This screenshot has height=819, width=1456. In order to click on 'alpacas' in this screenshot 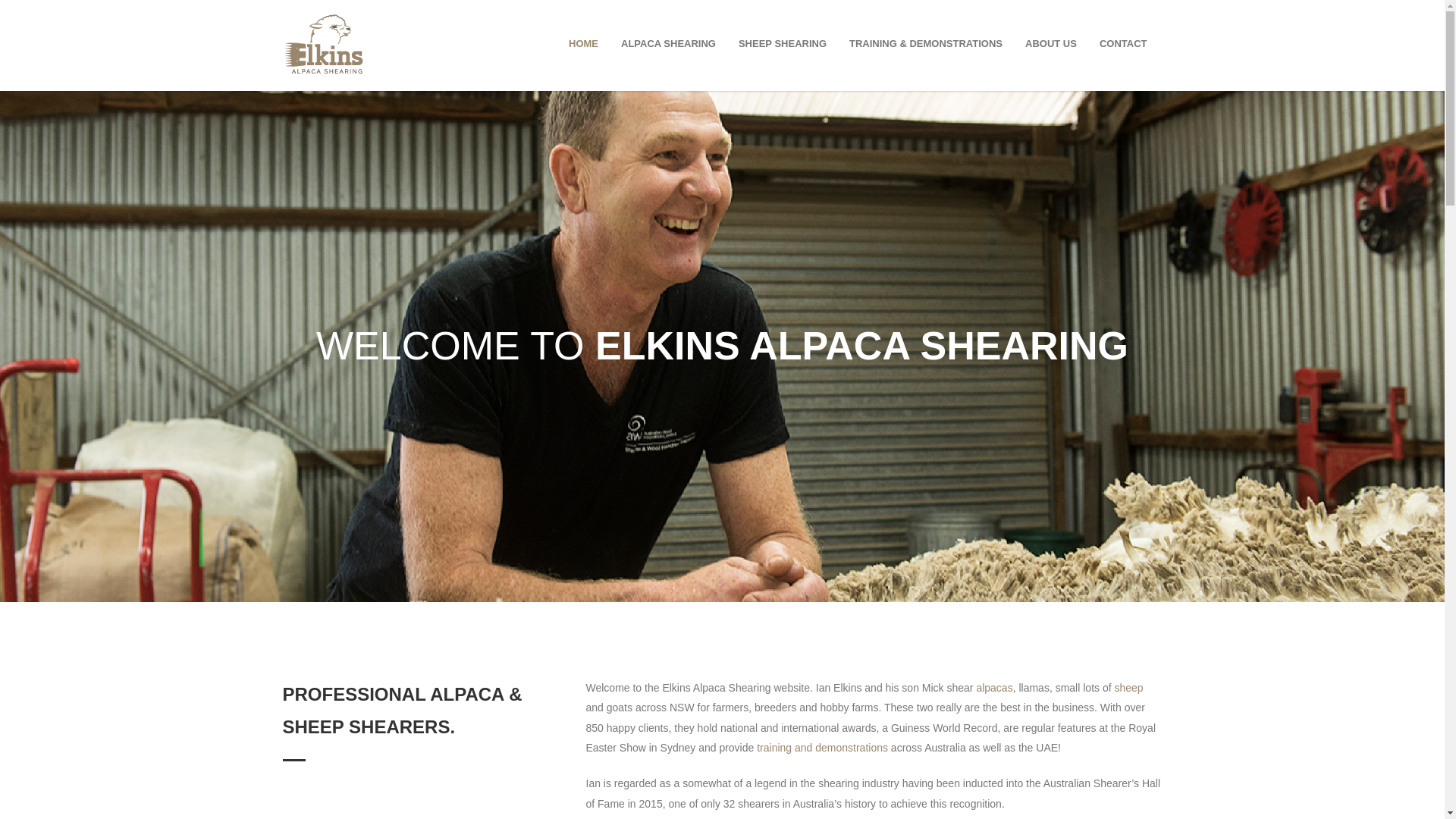, I will do `click(993, 687)`.